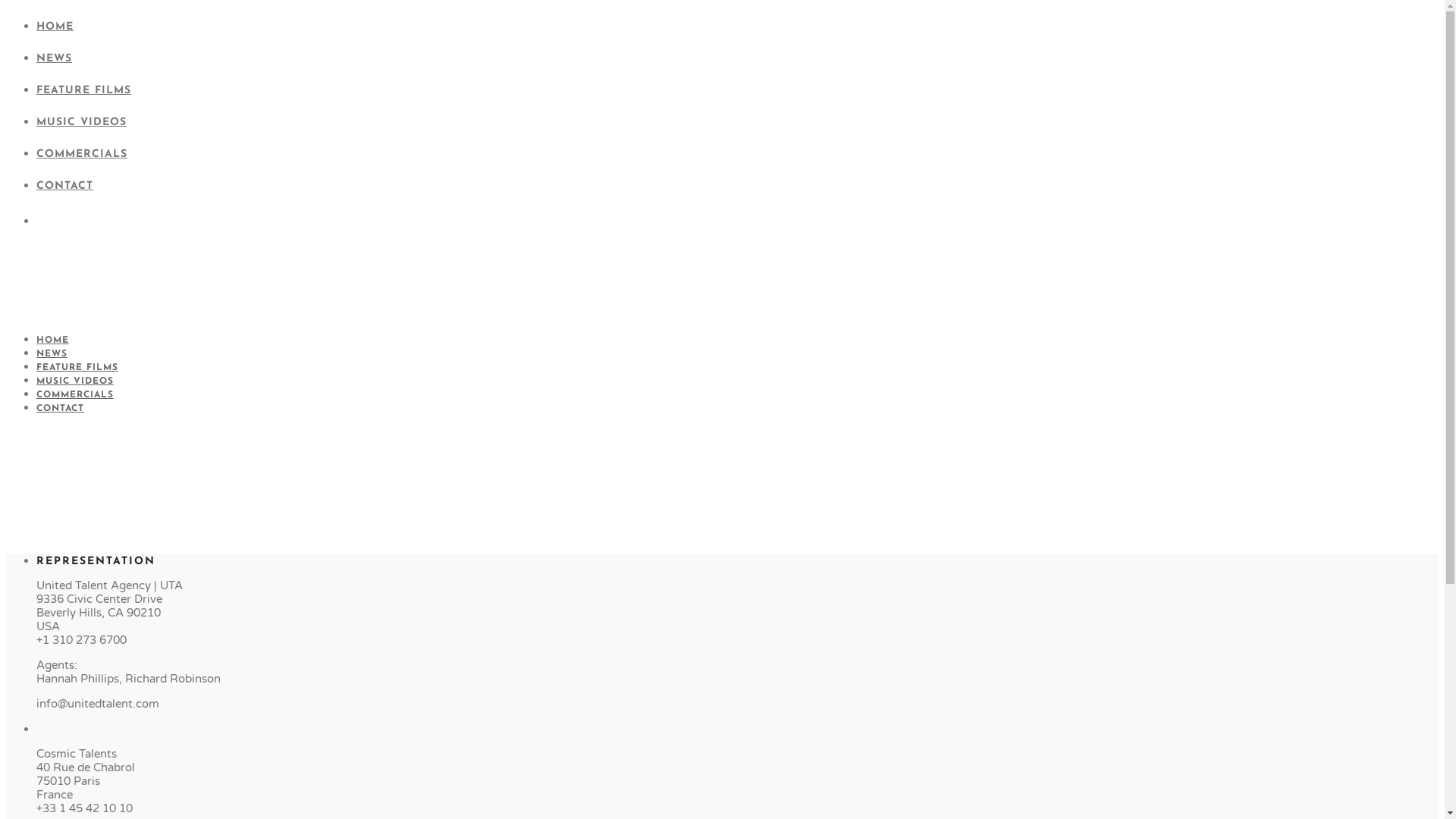  I want to click on 'HOME', so click(55, 27).